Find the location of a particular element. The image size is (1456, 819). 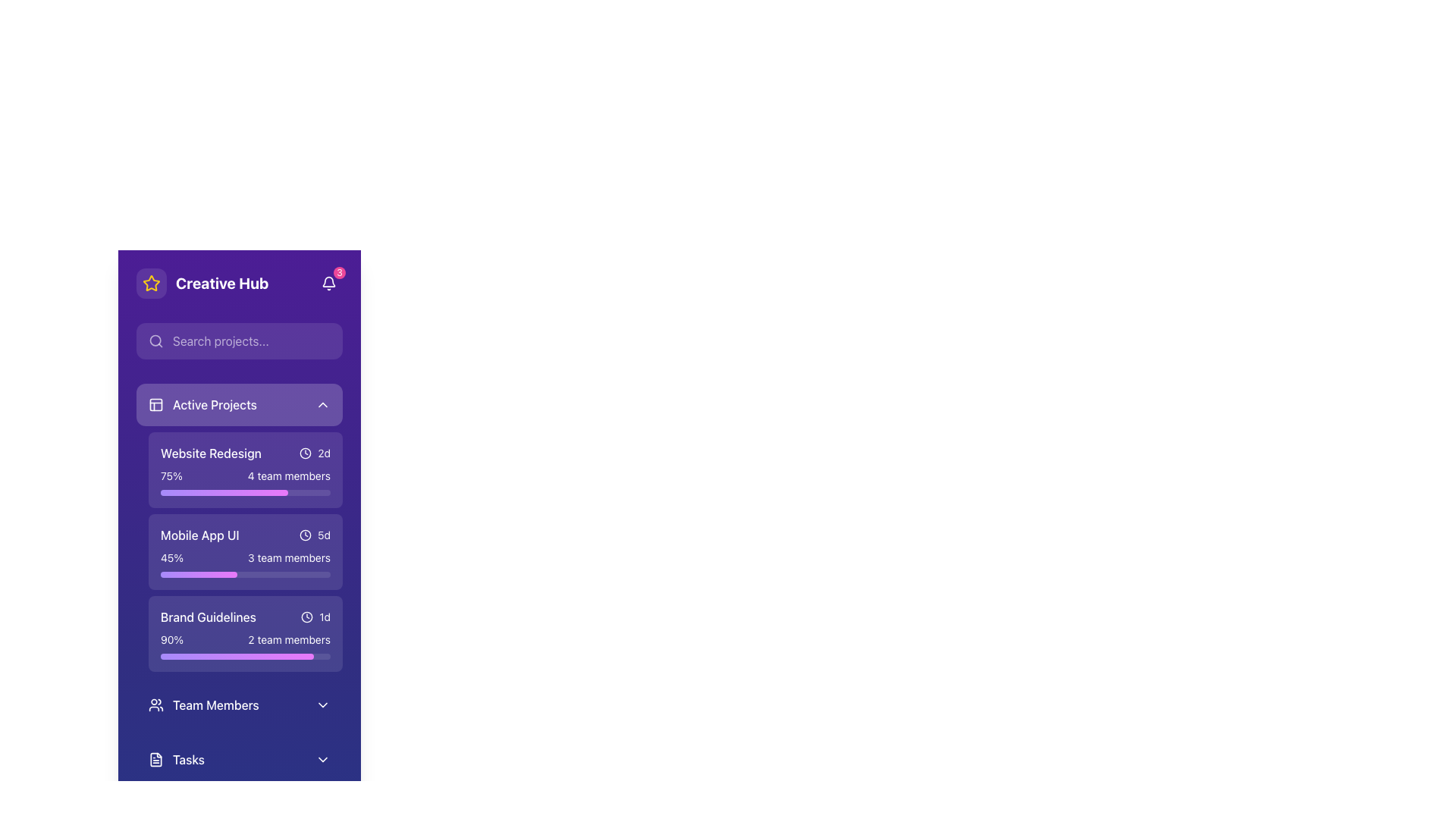

the informational label displaying the number of team members for the 'Website Redesign' project in the 'Active Projects' list, located to the right of the '75%' label is located at coordinates (289, 475).